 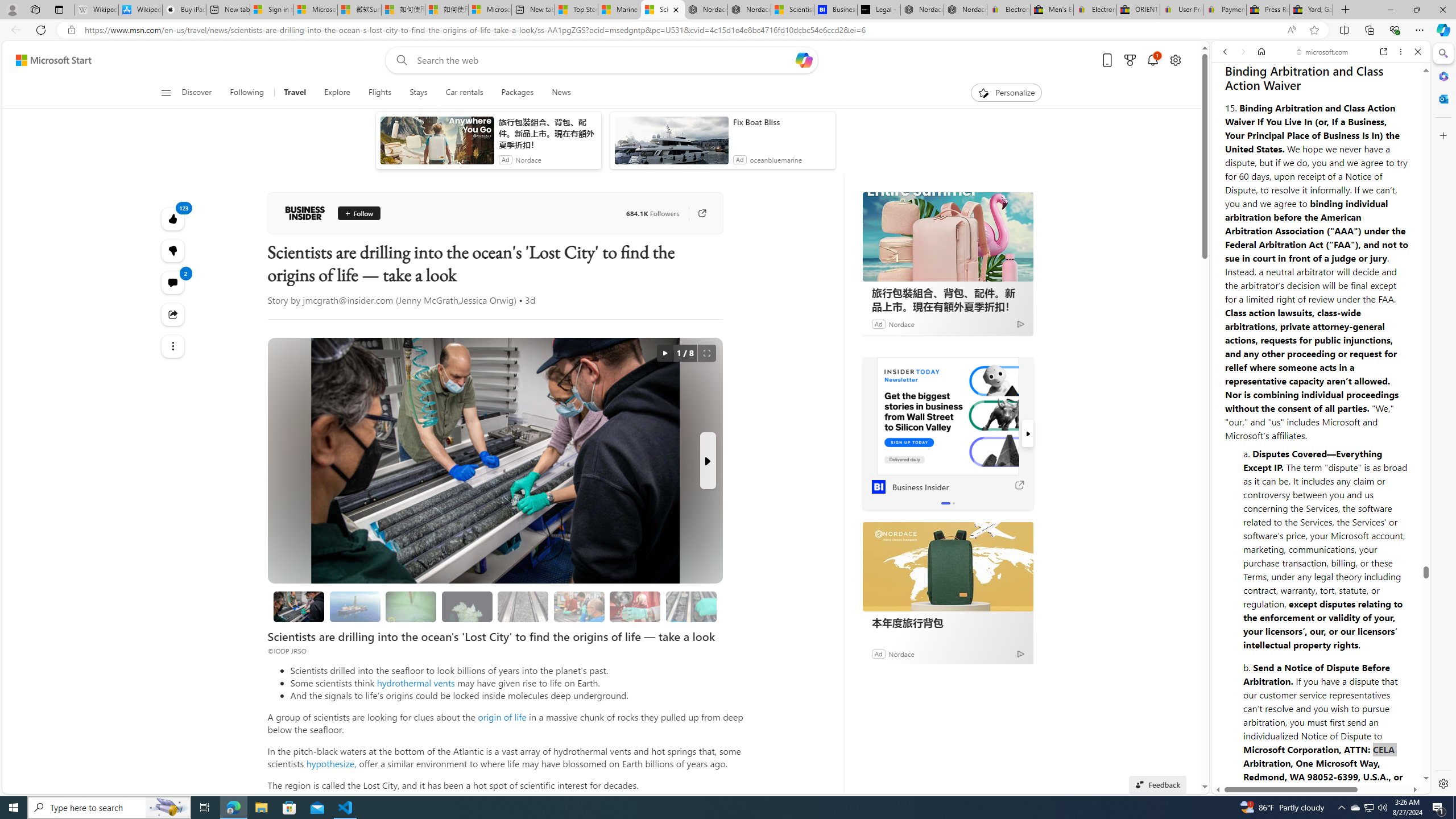 I want to click on 'Sign in to your Microsoft account', so click(x=271, y=9).